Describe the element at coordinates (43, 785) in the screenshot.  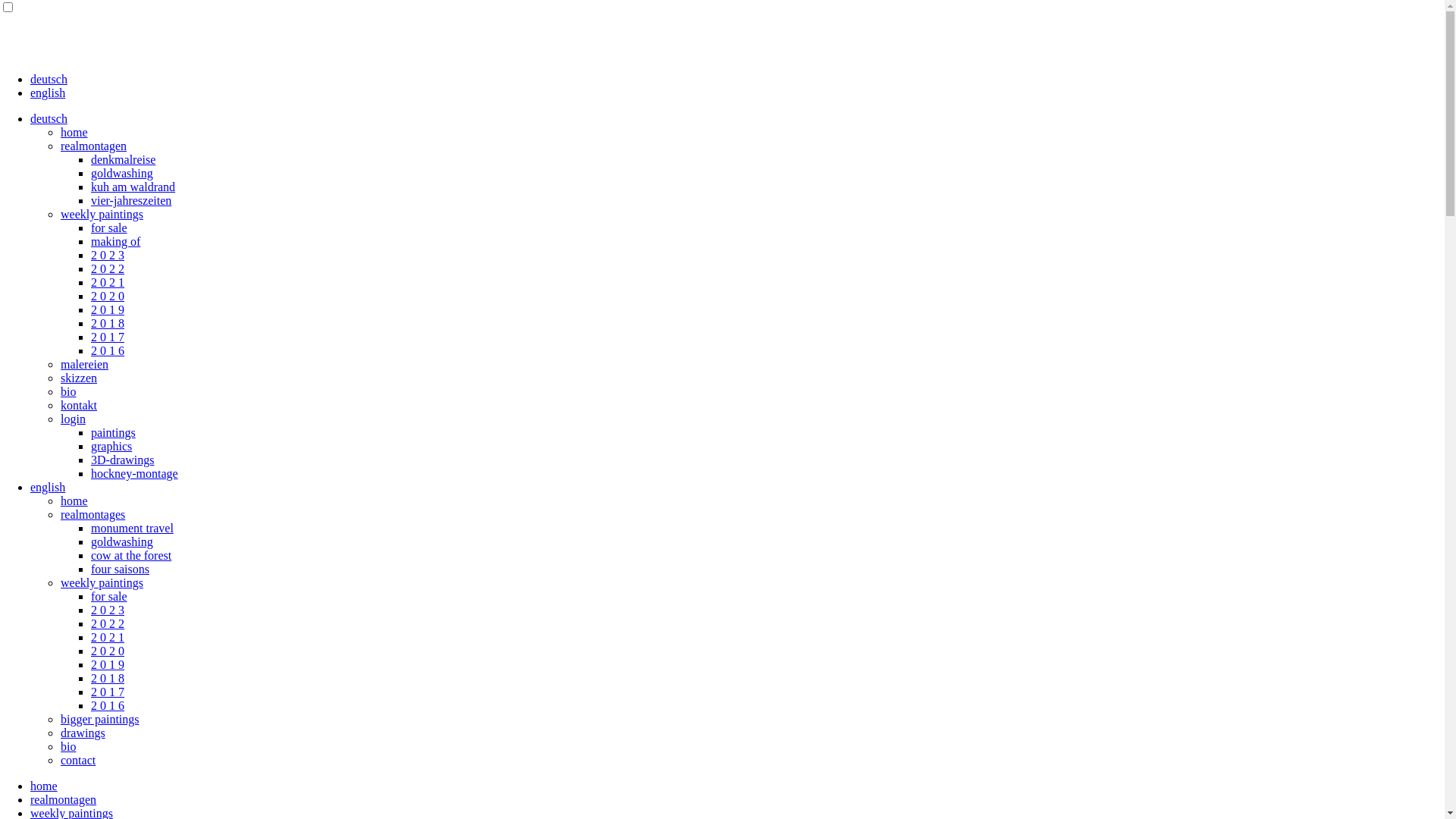
I see `'home'` at that location.